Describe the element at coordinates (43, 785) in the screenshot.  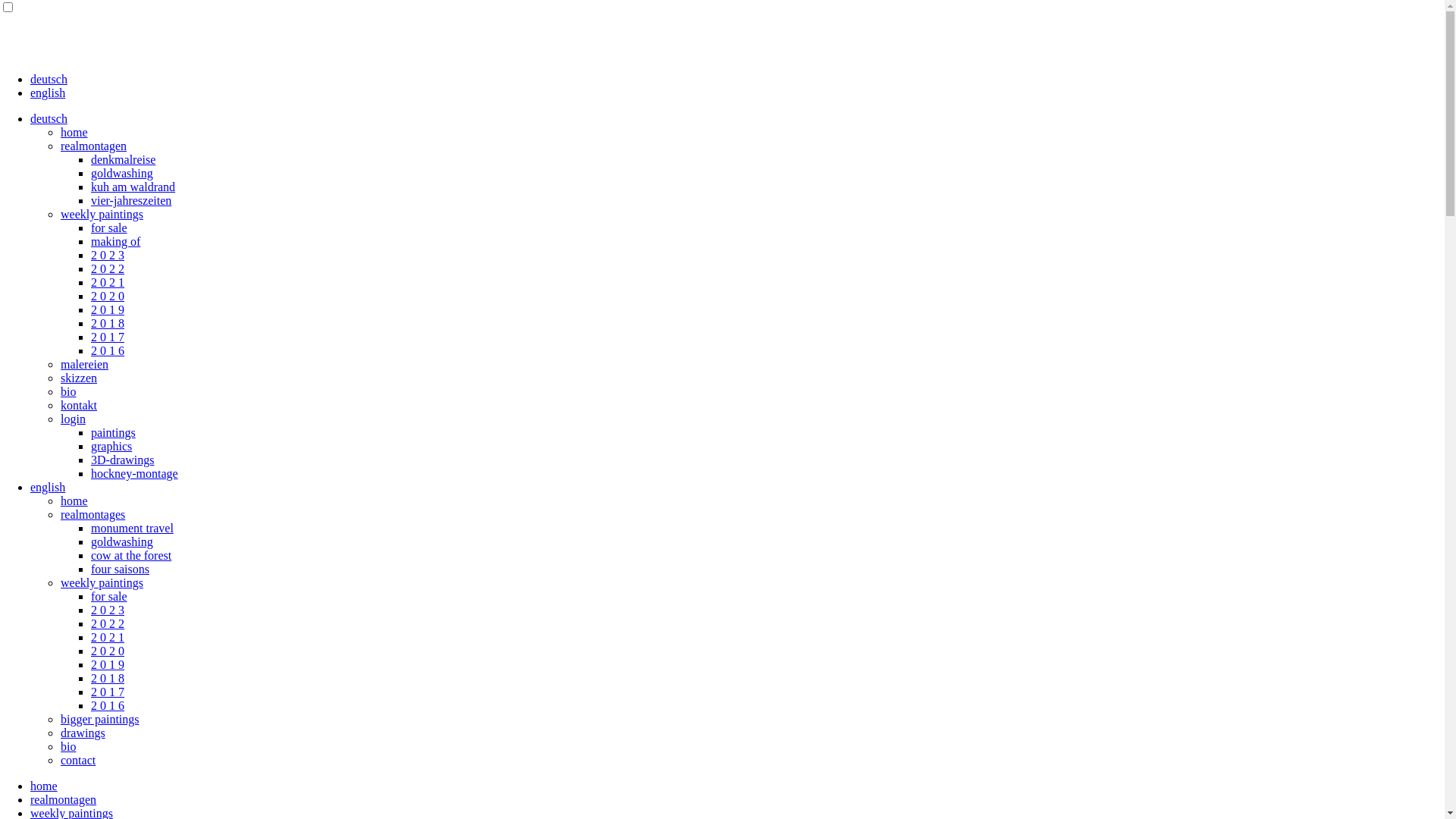
I see `'home'` at that location.